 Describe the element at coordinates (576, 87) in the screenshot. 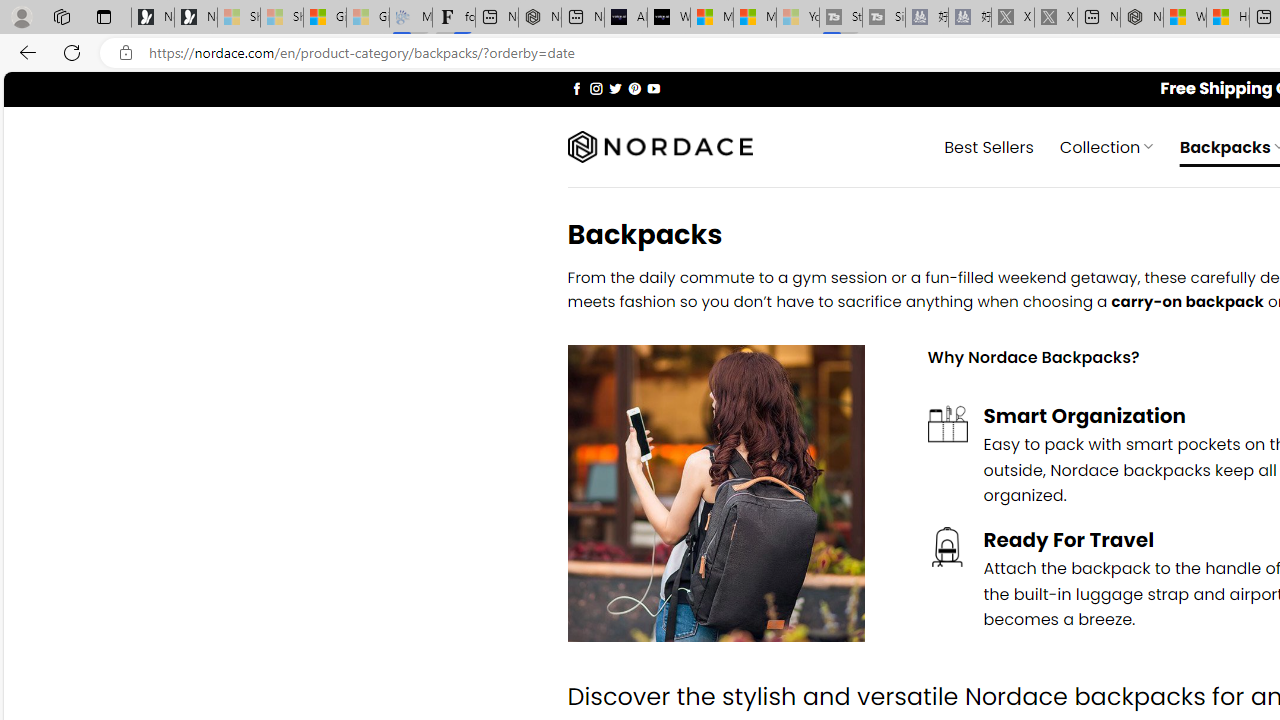

I see `'Follow on Facebook'` at that location.